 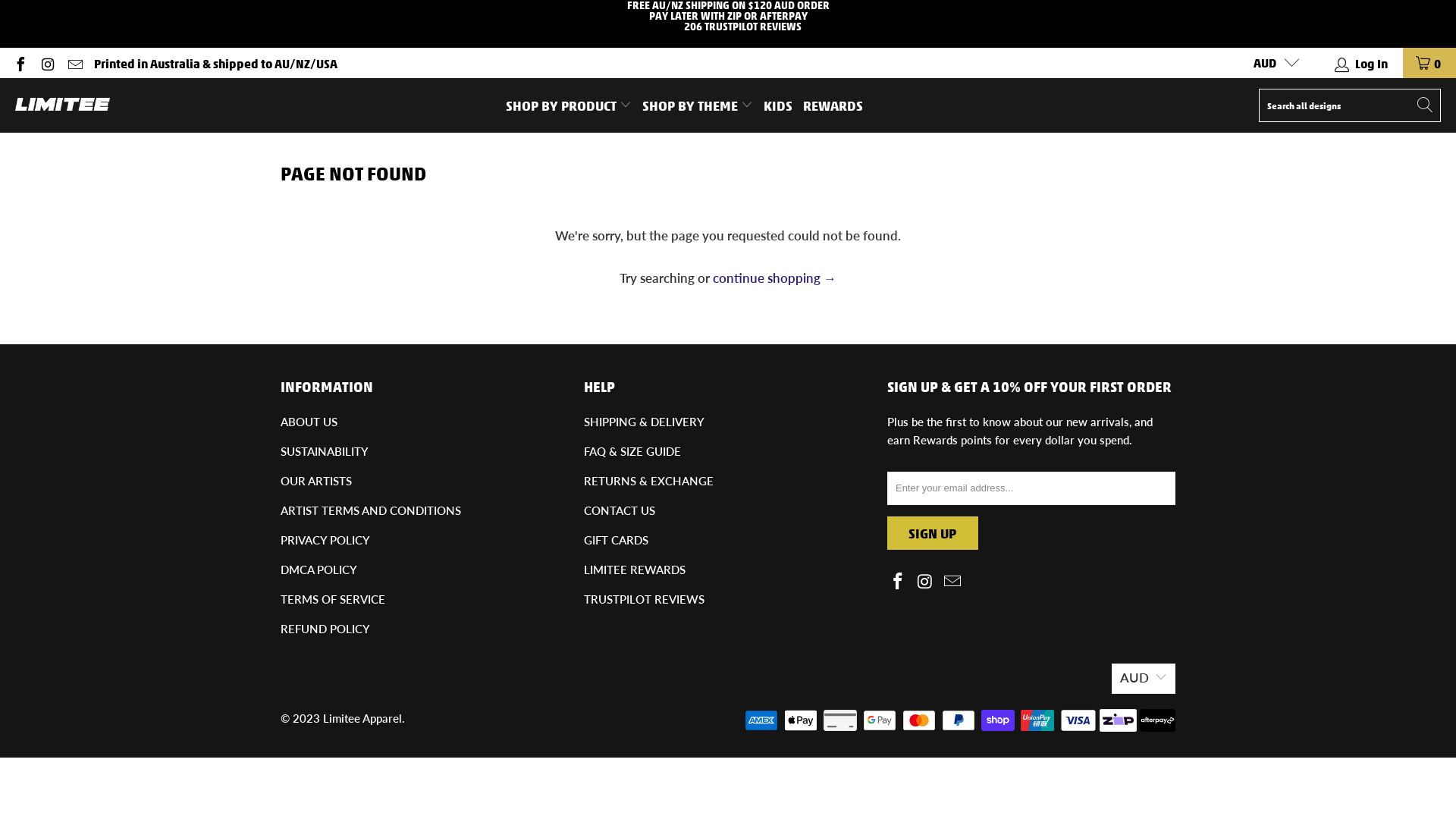 I want to click on 'Printed in Australia & shipped to AU/NZ/USA', so click(x=215, y=62).